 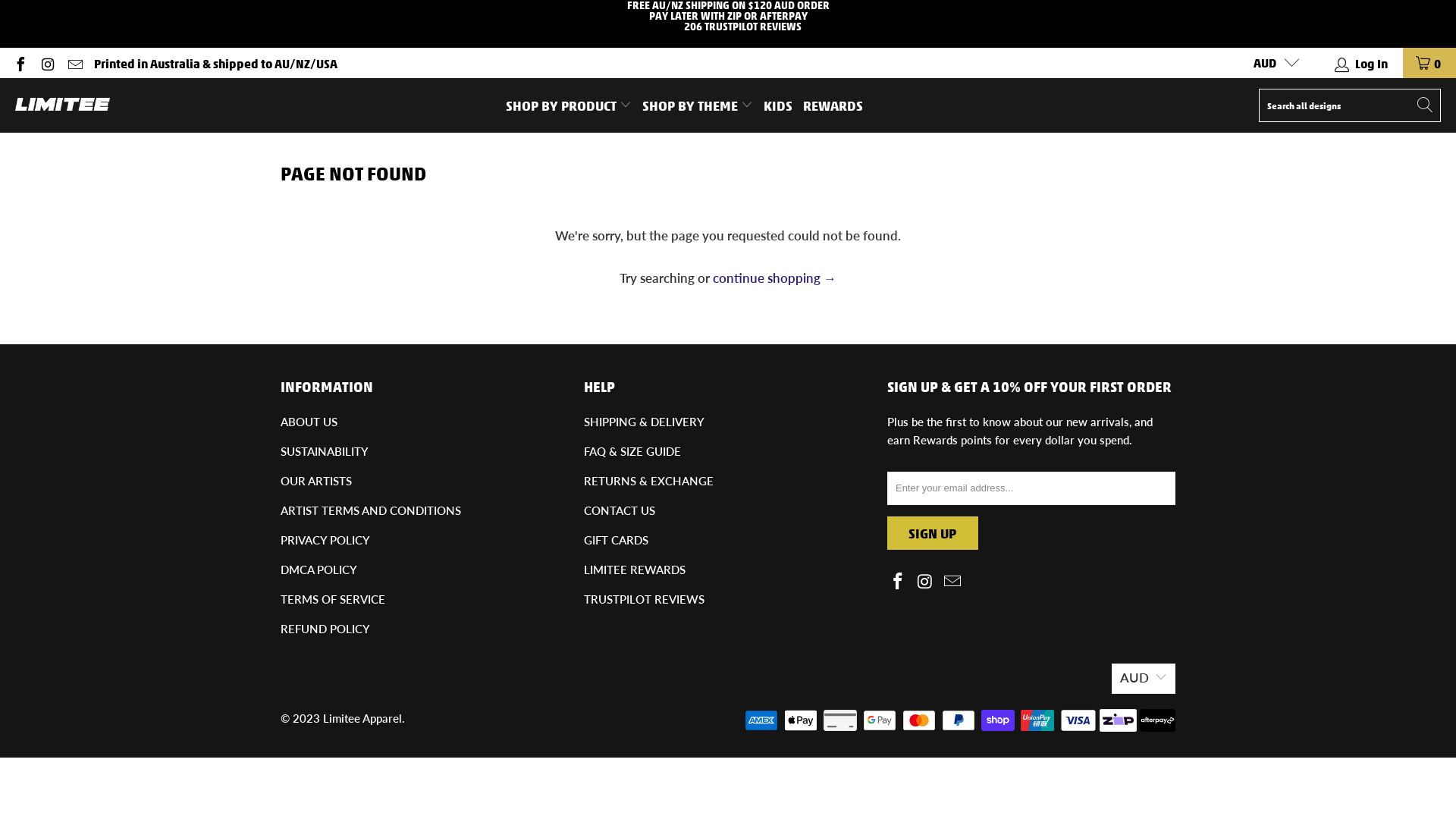 I want to click on 'Printed in Australia & shipped to AU/NZ/USA', so click(x=215, y=62).